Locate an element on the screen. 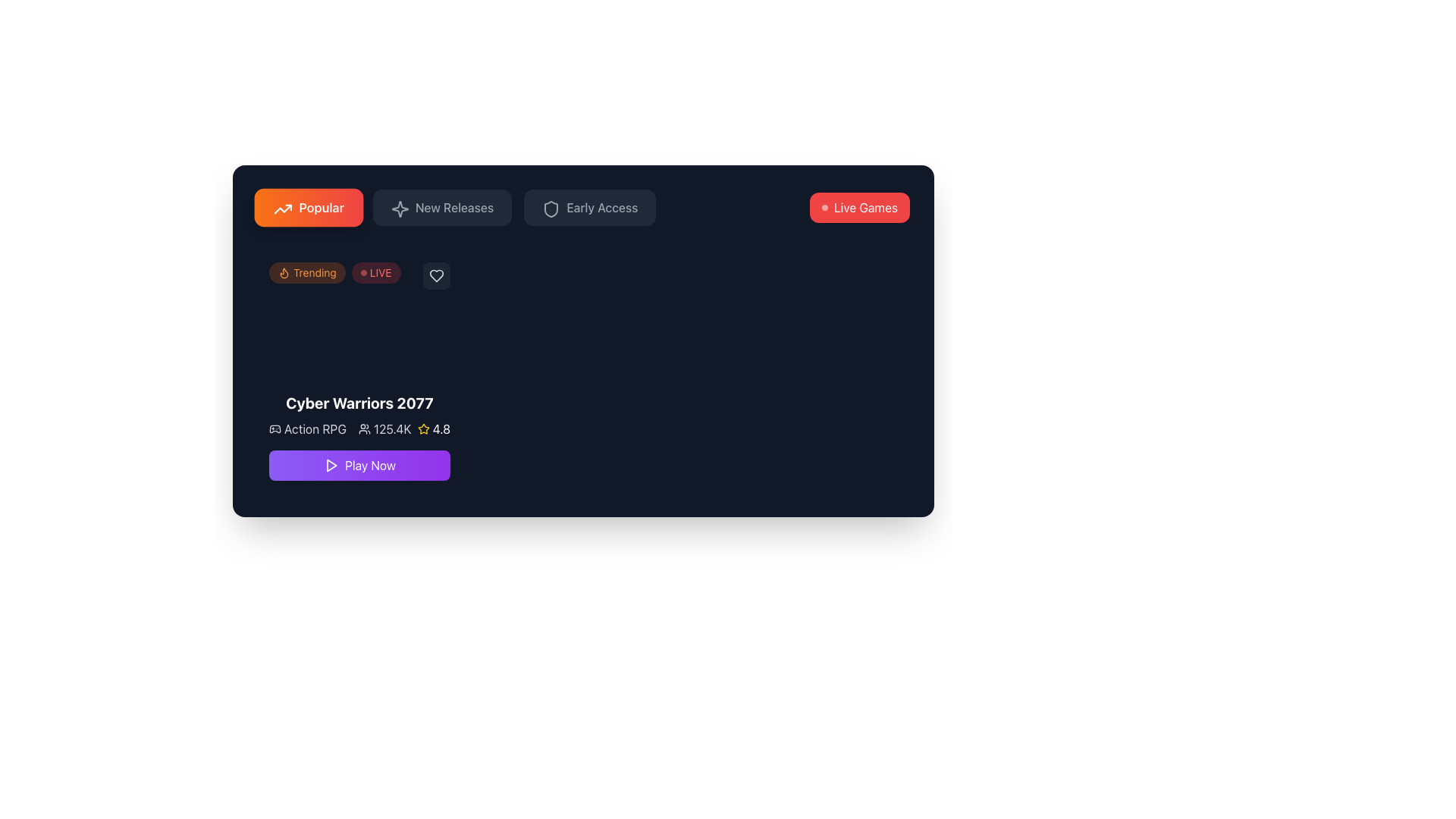 Image resolution: width=1456 pixels, height=819 pixels. the decorative or actionable icon representing 'New Releases', which is the second option in a horizontal menu located between the 'Popular' button and the 'Early Access' button is located at coordinates (400, 209).